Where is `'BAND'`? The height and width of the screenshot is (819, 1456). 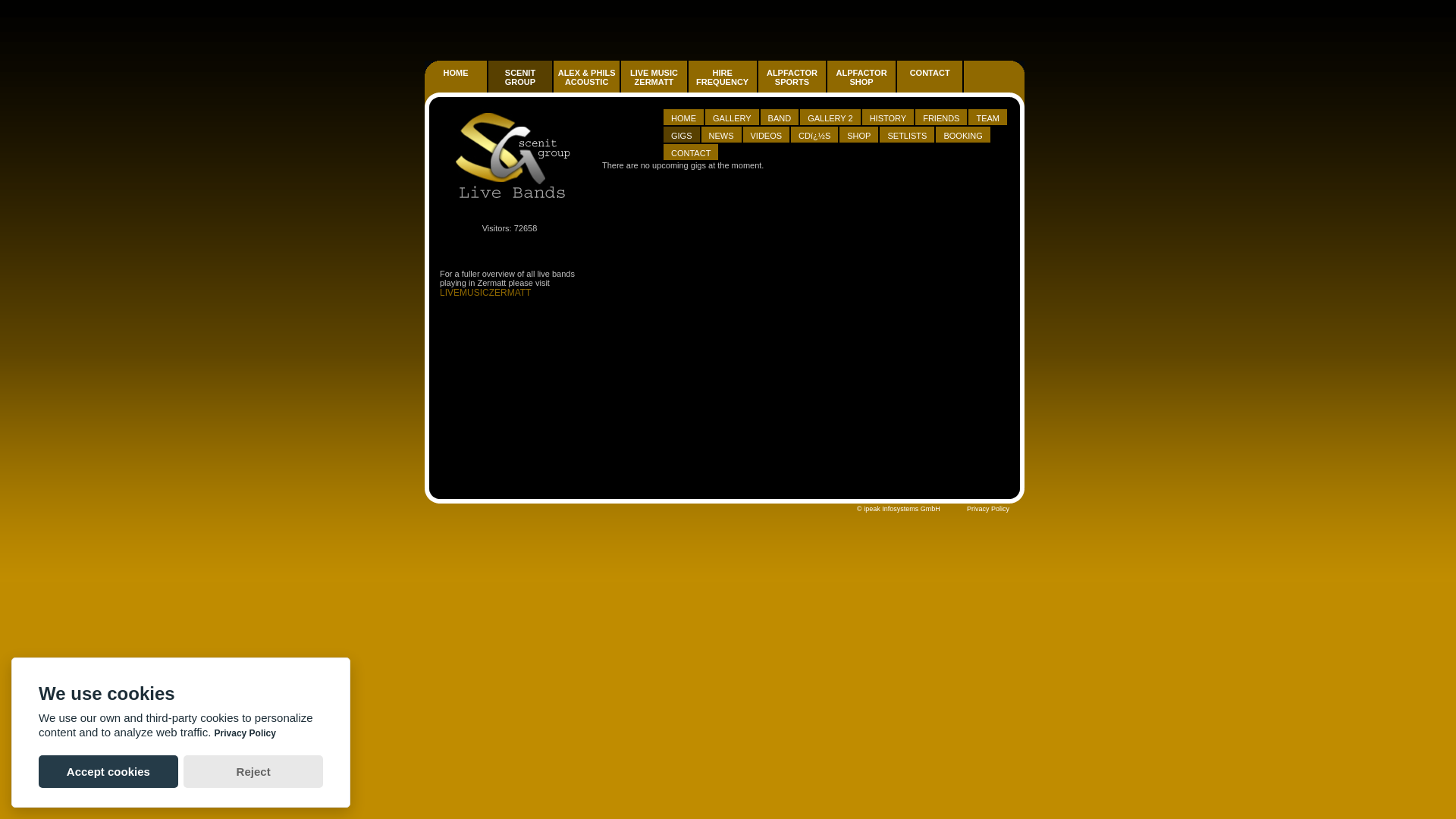 'BAND' is located at coordinates (780, 117).